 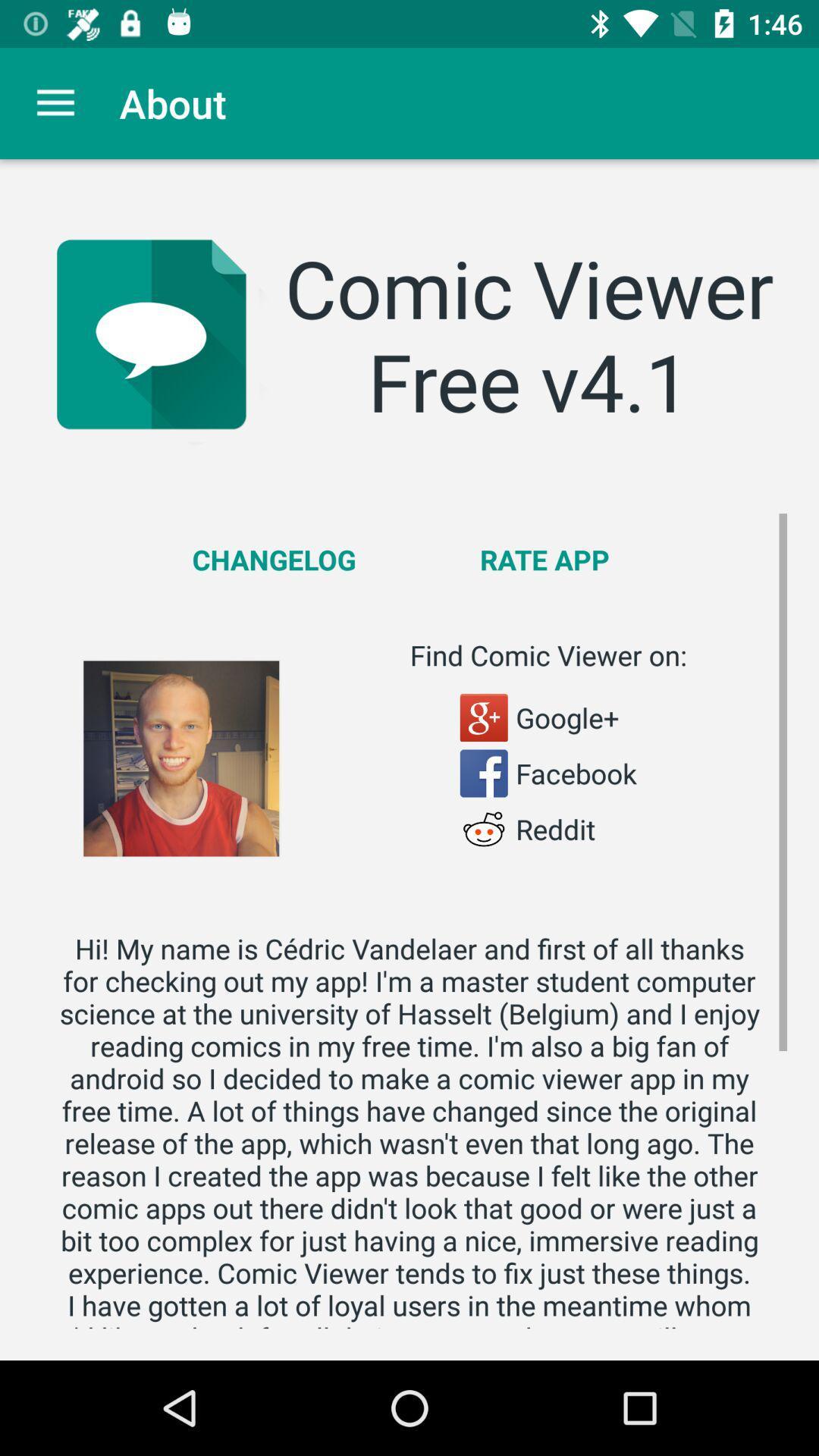 I want to click on the facebook icon, so click(x=484, y=773).